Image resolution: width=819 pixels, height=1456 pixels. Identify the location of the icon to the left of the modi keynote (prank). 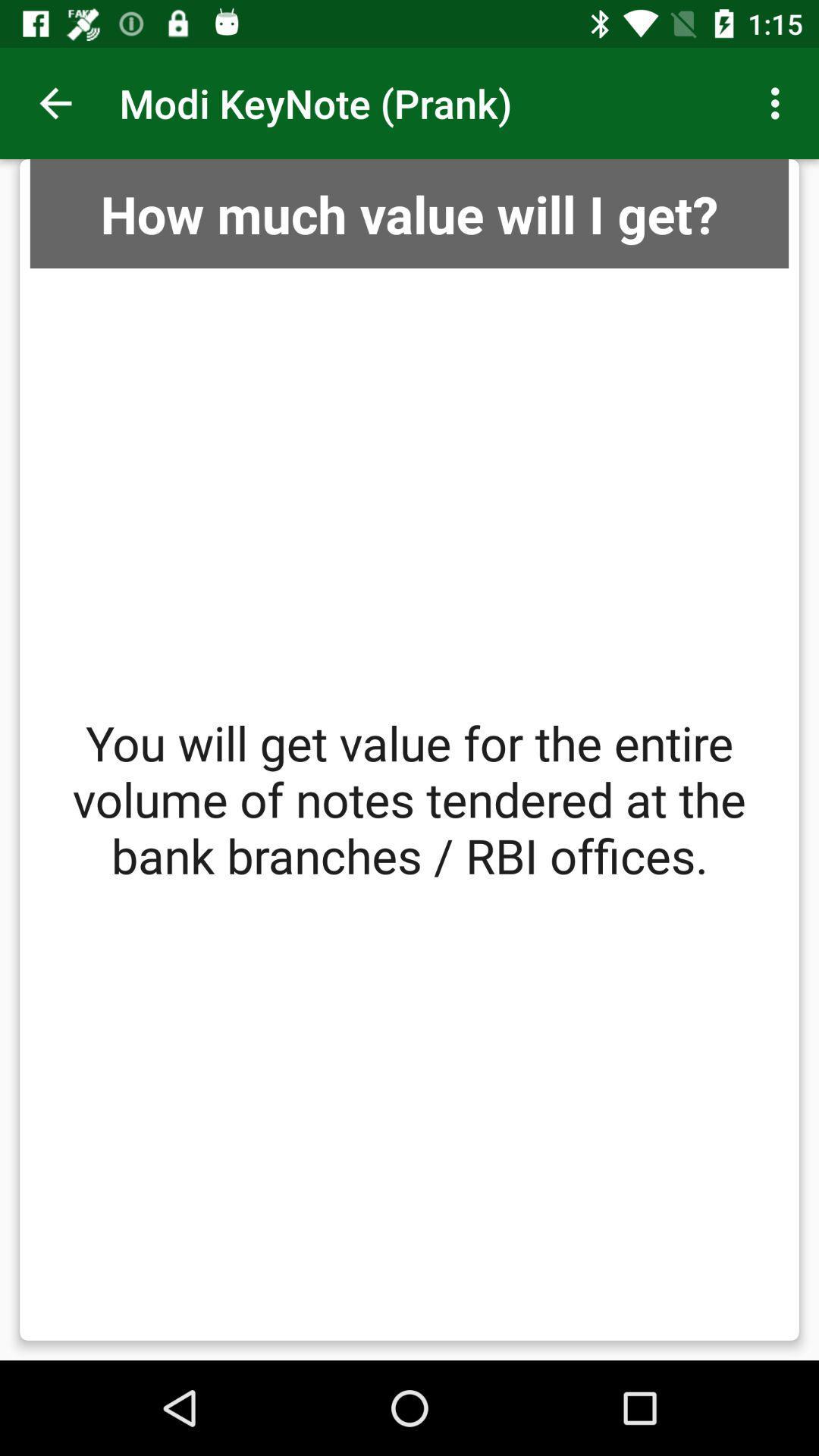
(55, 102).